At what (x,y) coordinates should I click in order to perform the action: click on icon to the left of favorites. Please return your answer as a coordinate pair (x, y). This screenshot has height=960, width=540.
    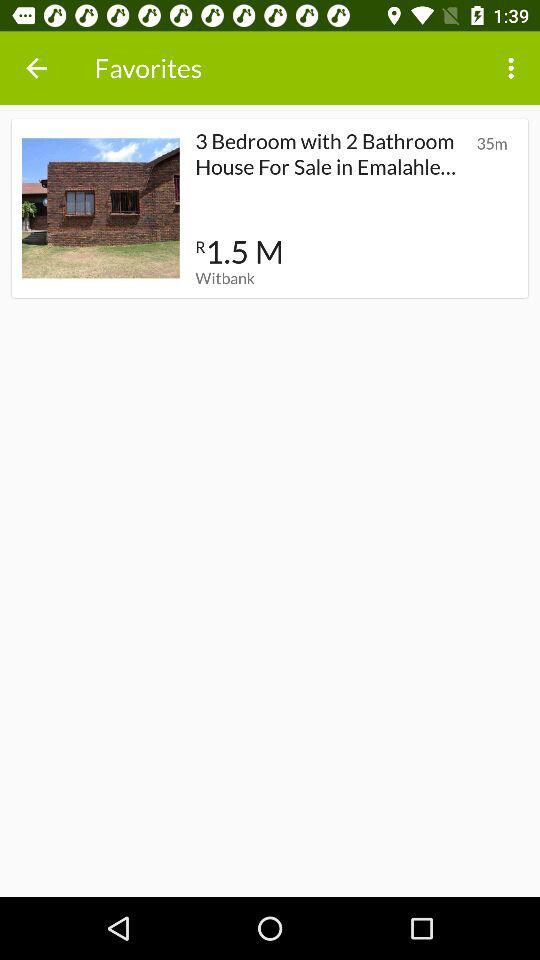
    Looking at the image, I should click on (36, 68).